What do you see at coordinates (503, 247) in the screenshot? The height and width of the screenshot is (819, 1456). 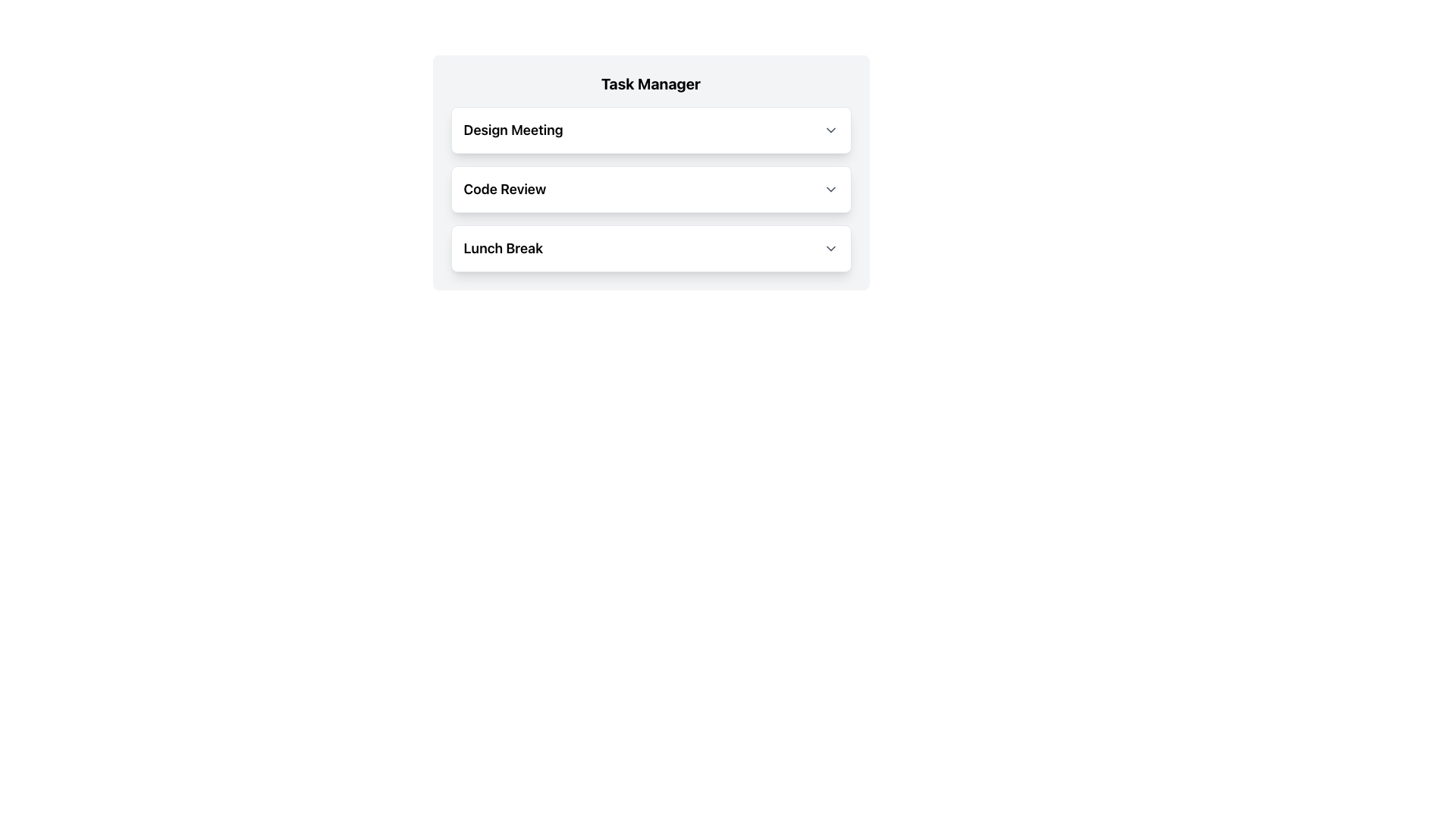 I see `the text label or heading that identifies the specific task or session in the first position of its row layout` at bounding box center [503, 247].